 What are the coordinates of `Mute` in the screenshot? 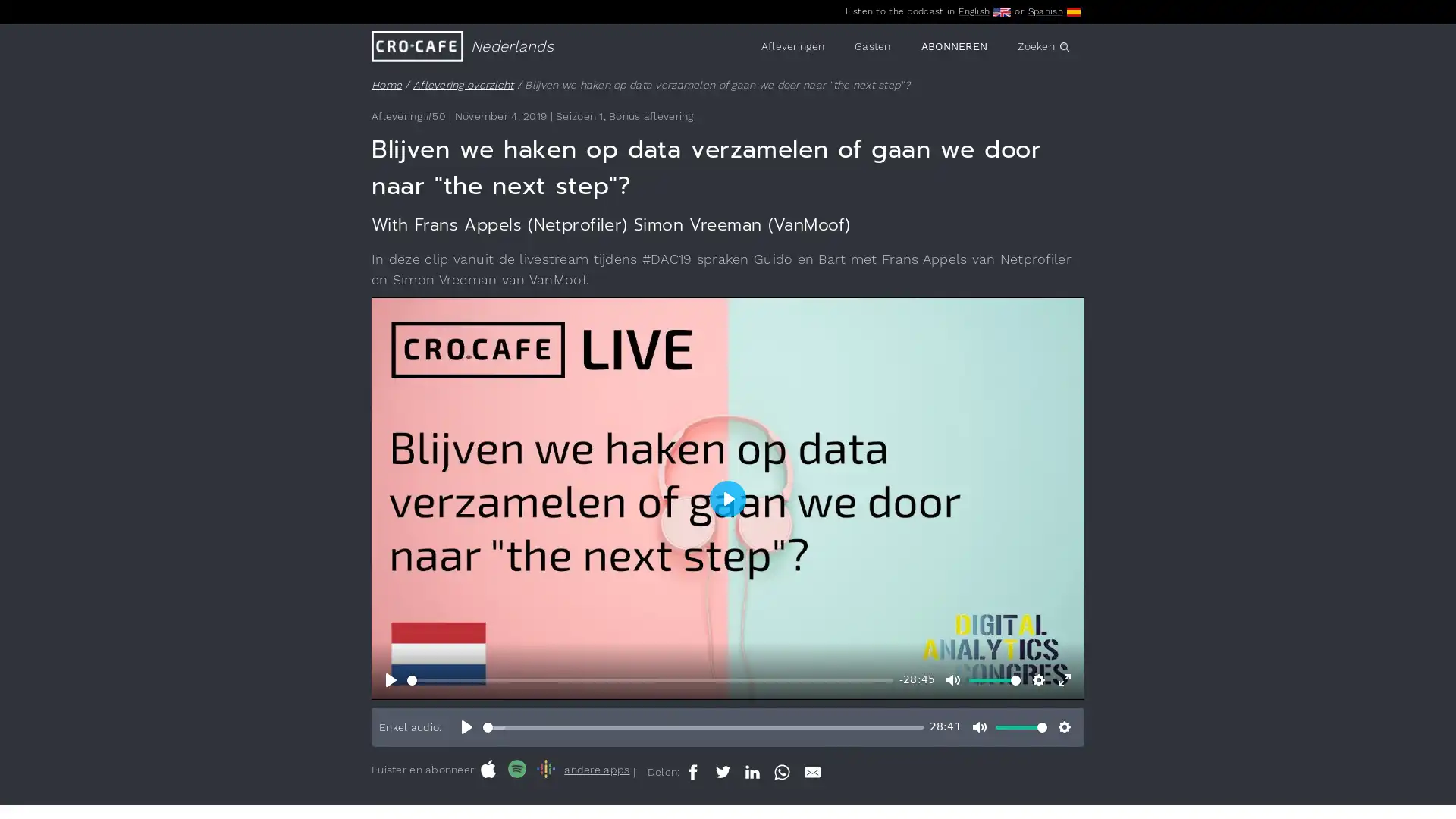 It's located at (952, 679).